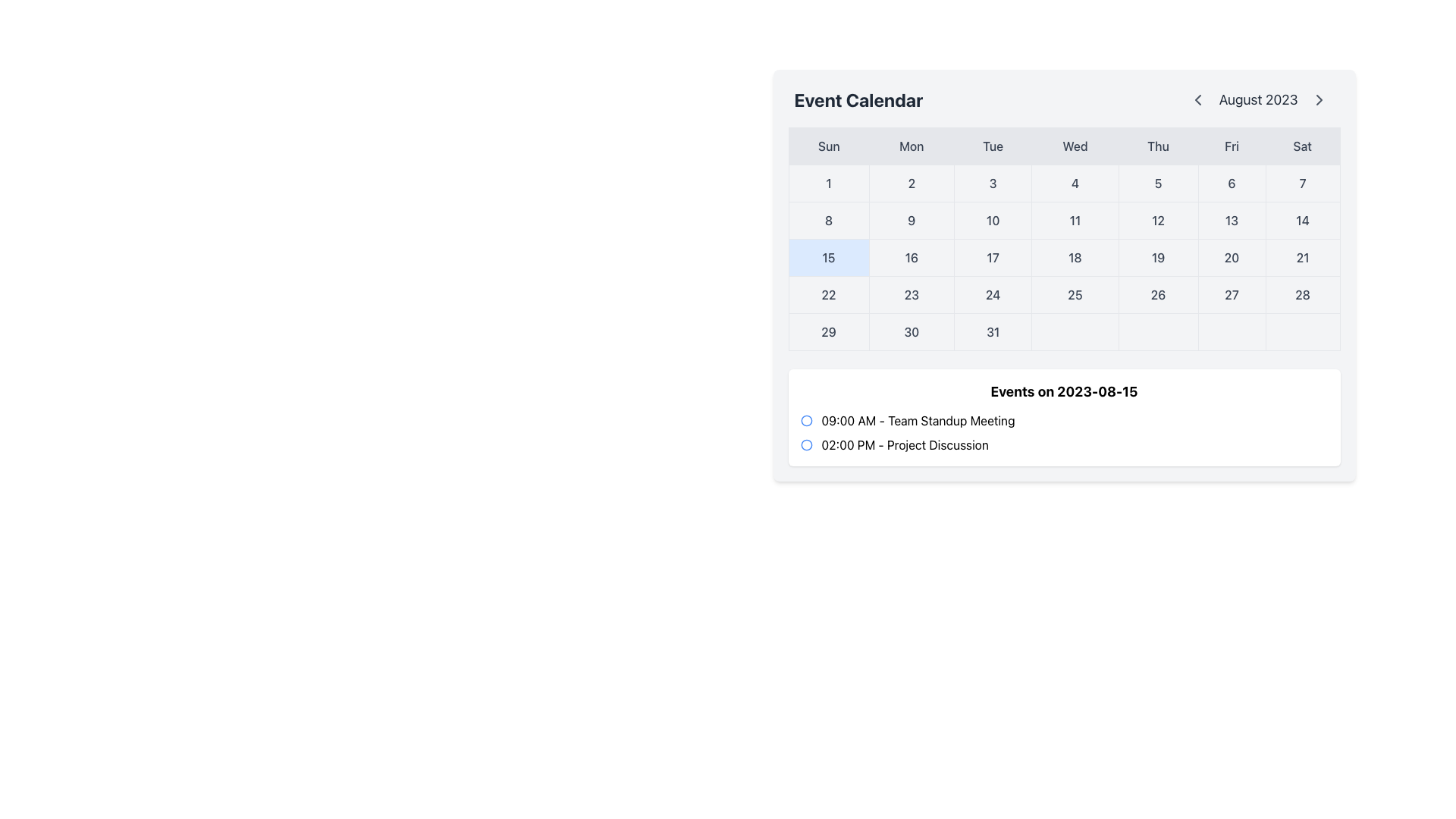  I want to click on the Navigation Icon located in the top-right corner of the 'Event Calendar' panel, so click(1197, 99).